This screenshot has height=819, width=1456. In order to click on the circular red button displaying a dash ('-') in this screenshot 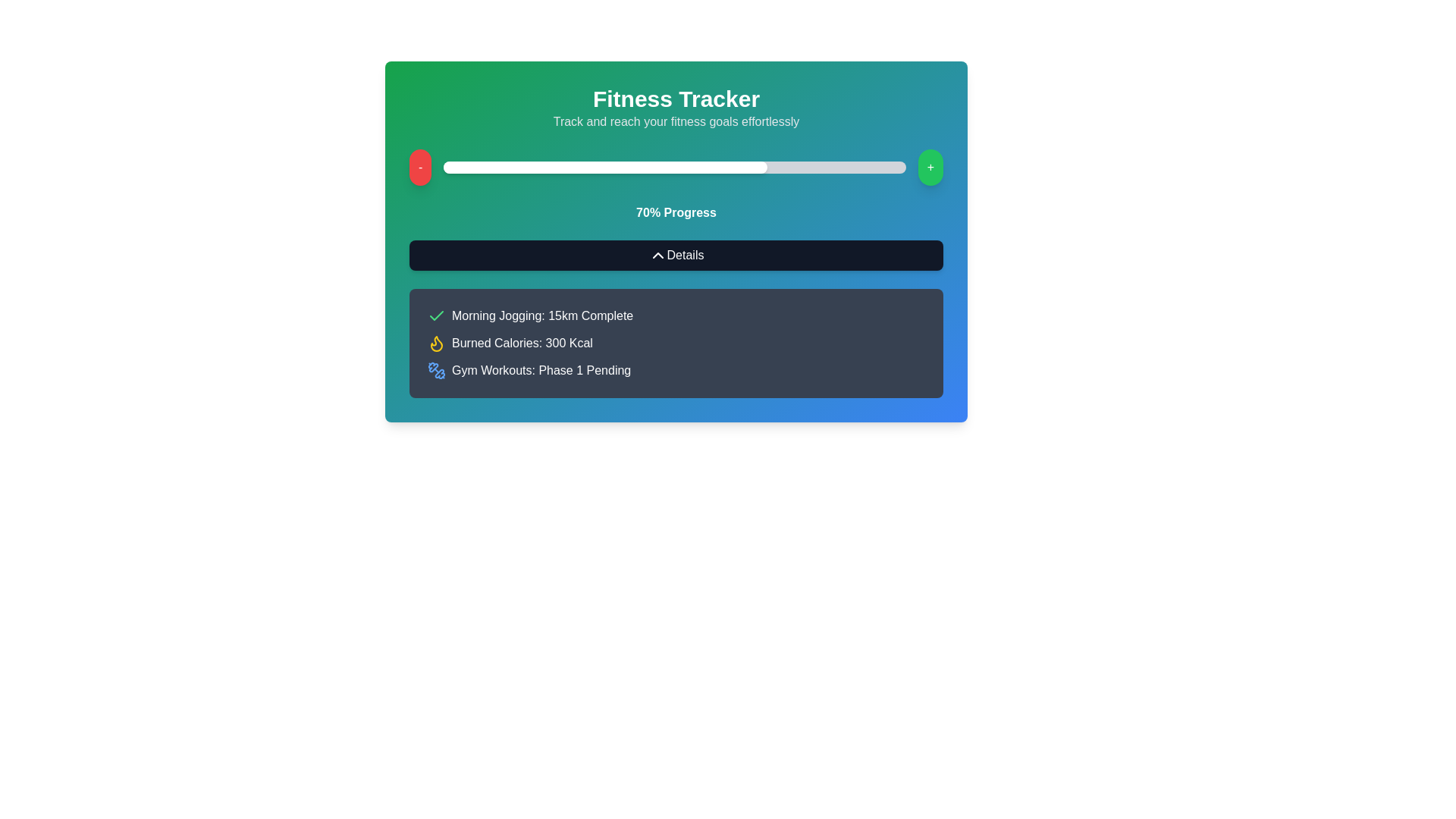, I will do `click(420, 167)`.